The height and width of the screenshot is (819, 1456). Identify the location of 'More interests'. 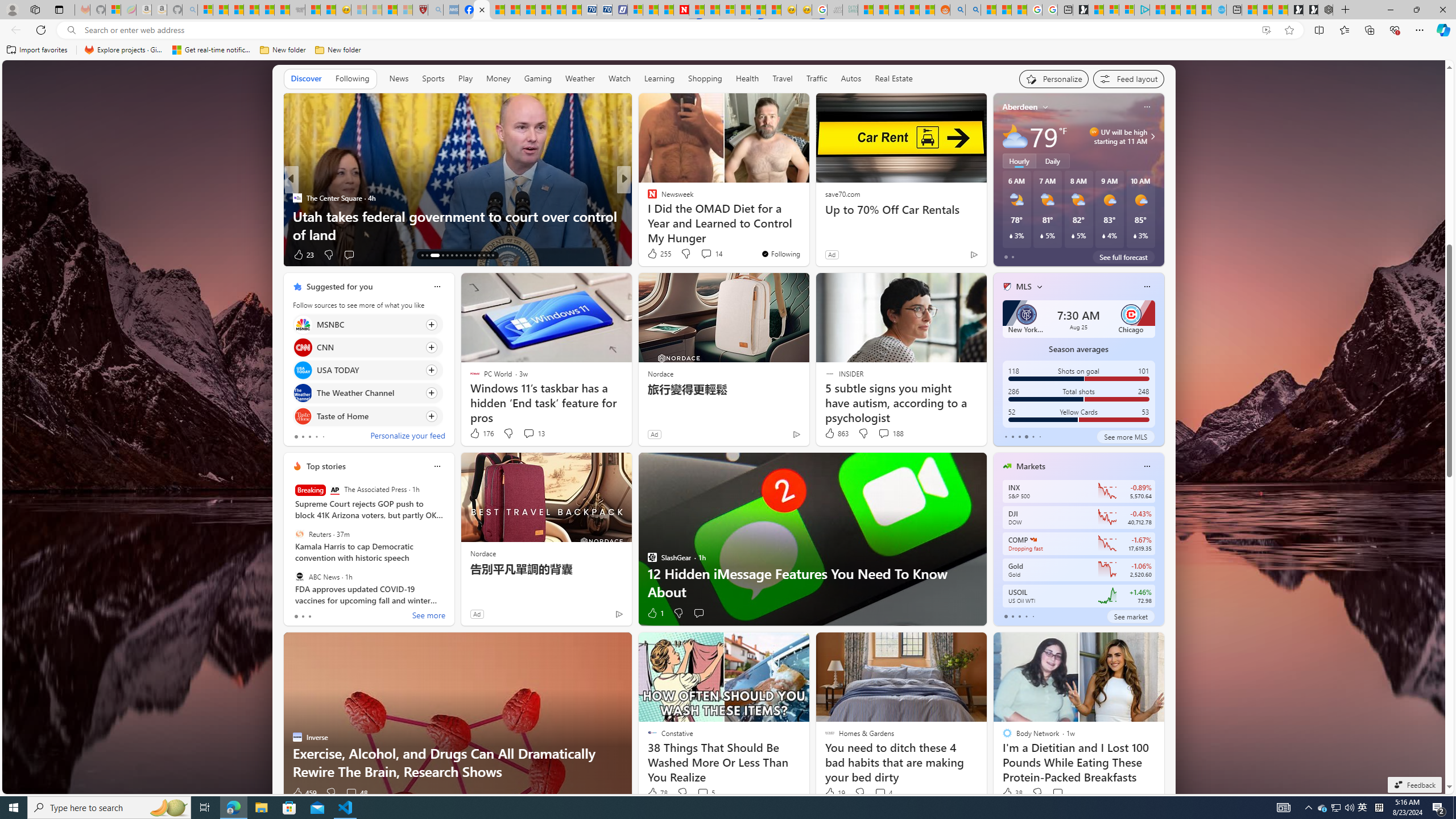
(1039, 286).